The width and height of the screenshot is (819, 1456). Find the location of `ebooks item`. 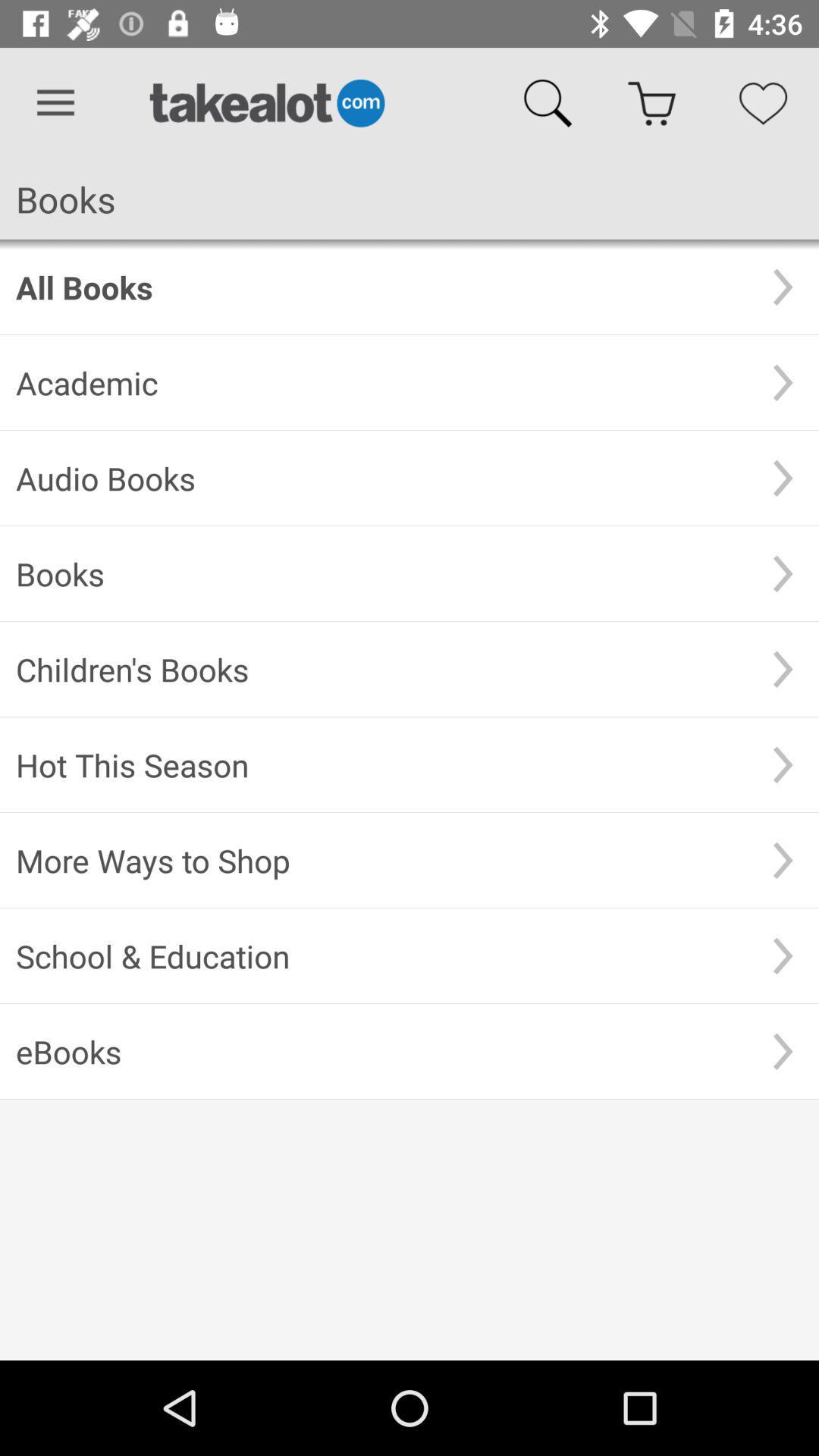

ebooks item is located at coordinates (381, 1050).